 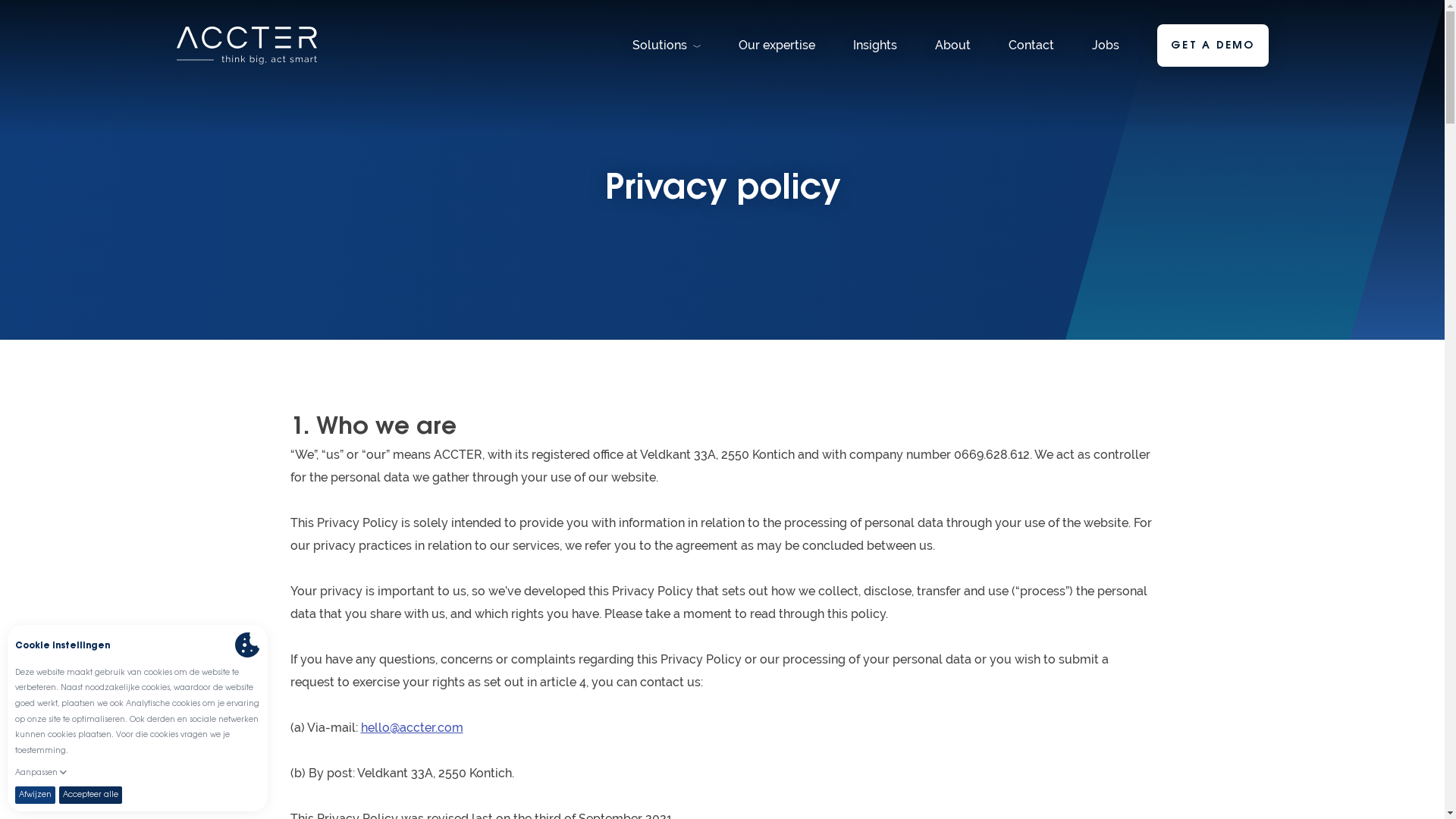 I want to click on 'GET A DEMO', so click(x=1212, y=44).